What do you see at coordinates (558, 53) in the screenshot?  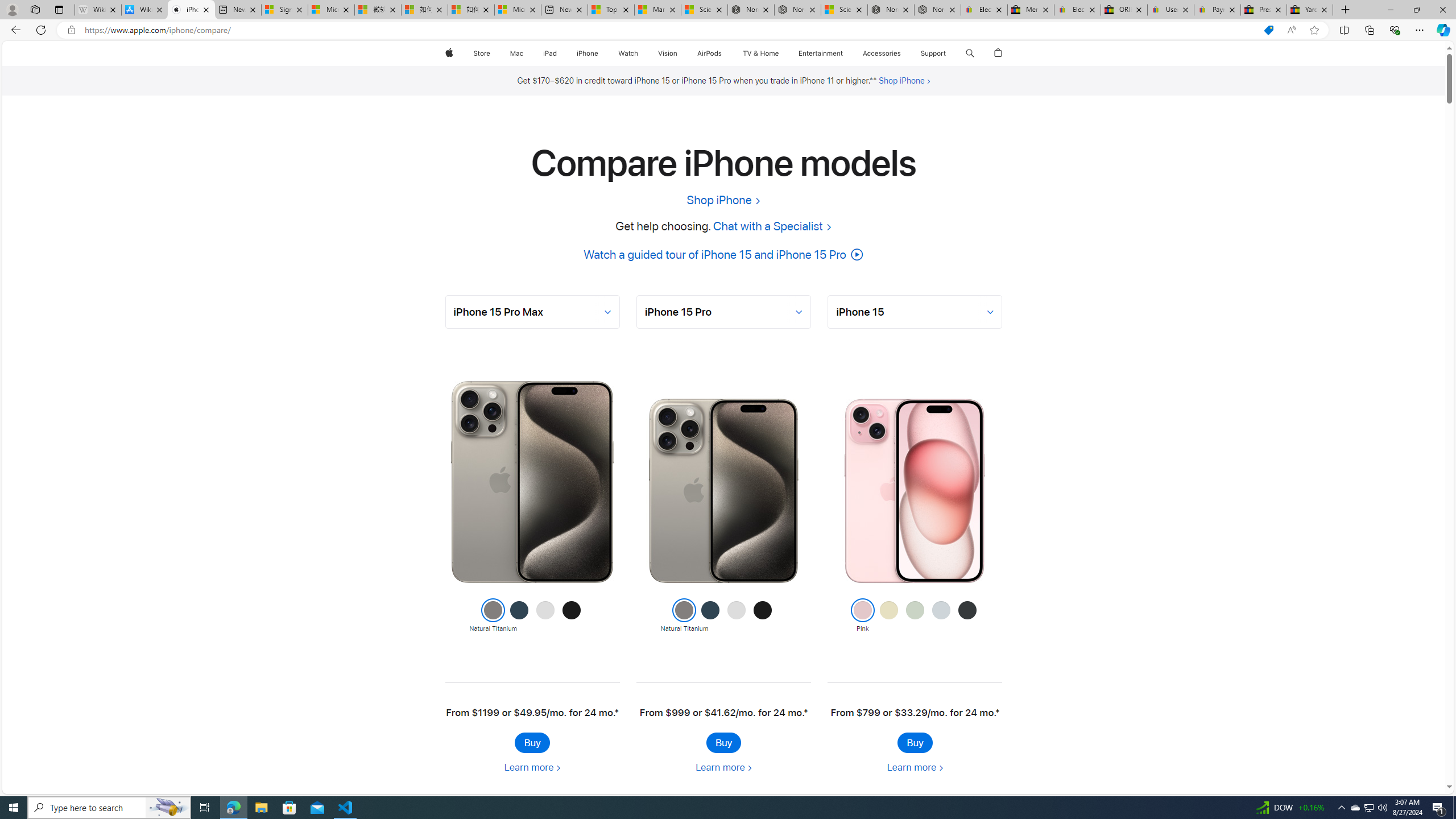 I see `'iPad menu'` at bounding box center [558, 53].